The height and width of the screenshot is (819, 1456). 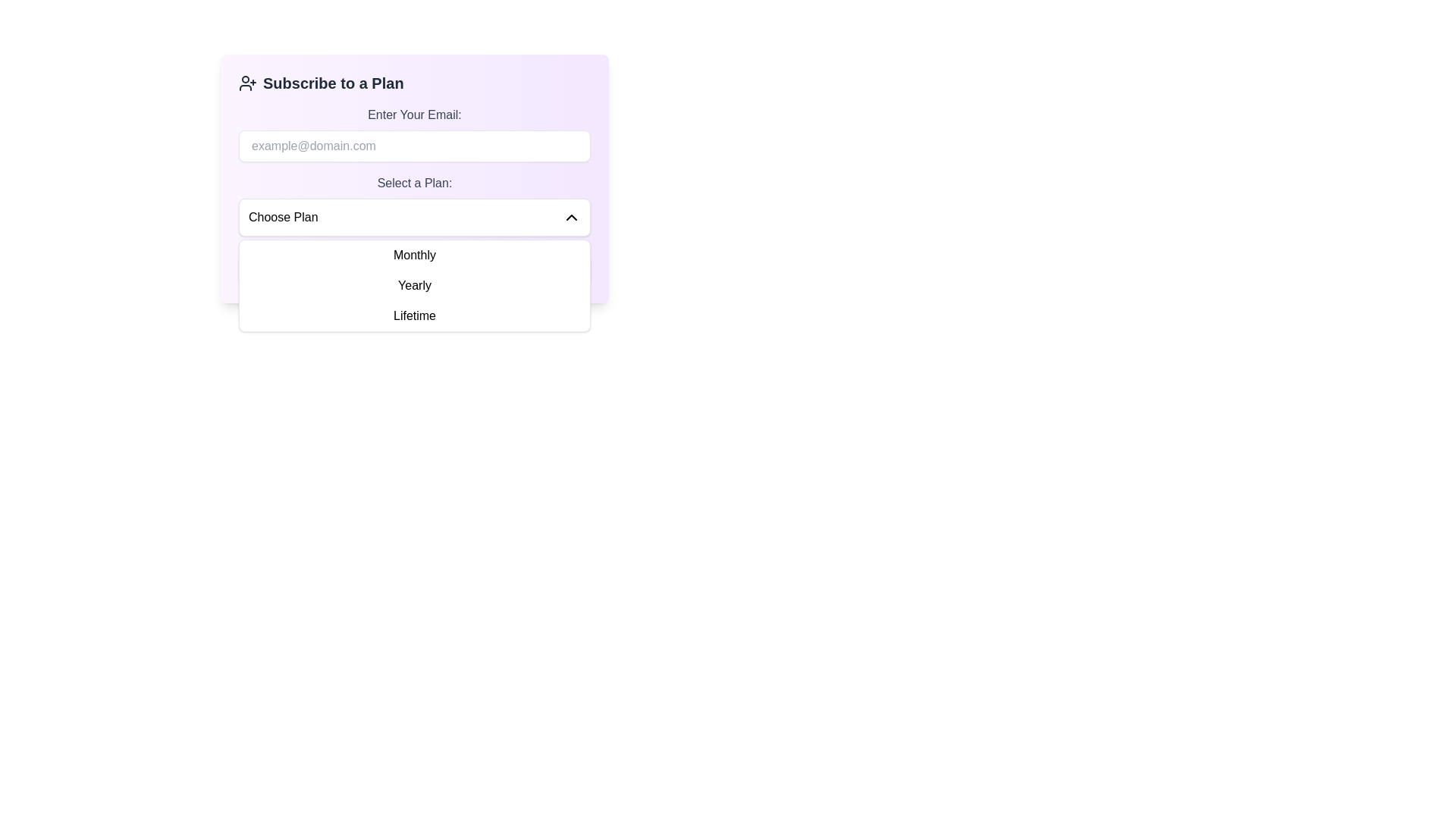 I want to click on the 'Yearly' option in the dropdown menu, which is the second item in a vertical list of three options ('Monthly', 'Yearly', 'Lifetime'), so click(x=415, y=286).